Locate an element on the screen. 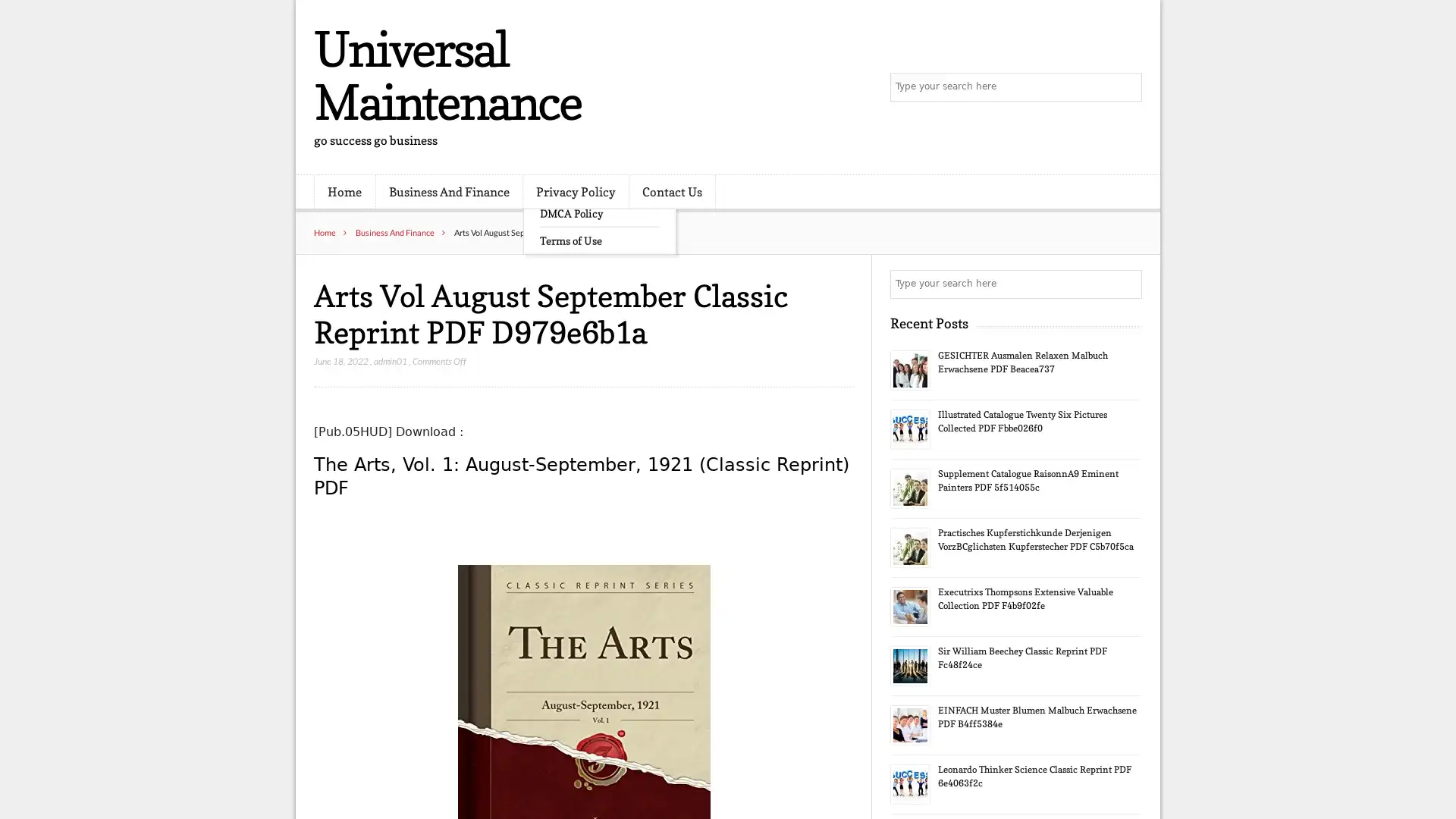 Image resolution: width=1456 pixels, height=819 pixels. Search is located at coordinates (1126, 284).